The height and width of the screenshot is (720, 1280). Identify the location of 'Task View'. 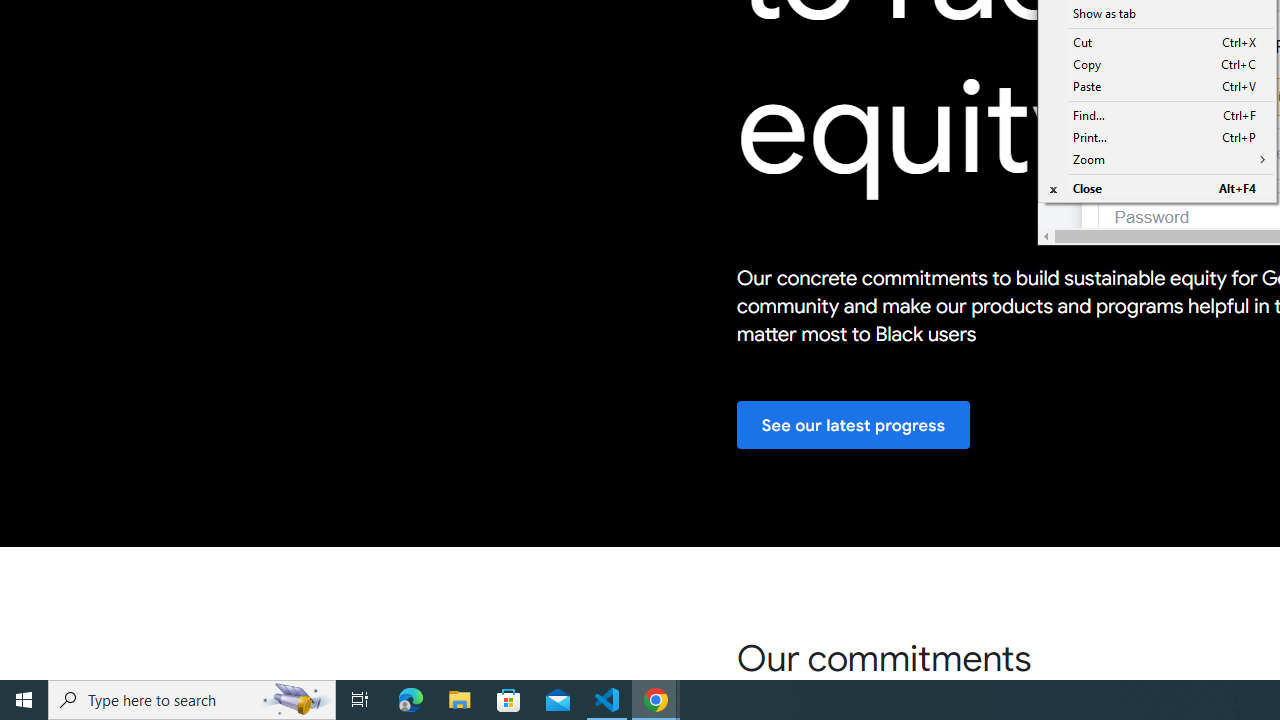
(359, 698).